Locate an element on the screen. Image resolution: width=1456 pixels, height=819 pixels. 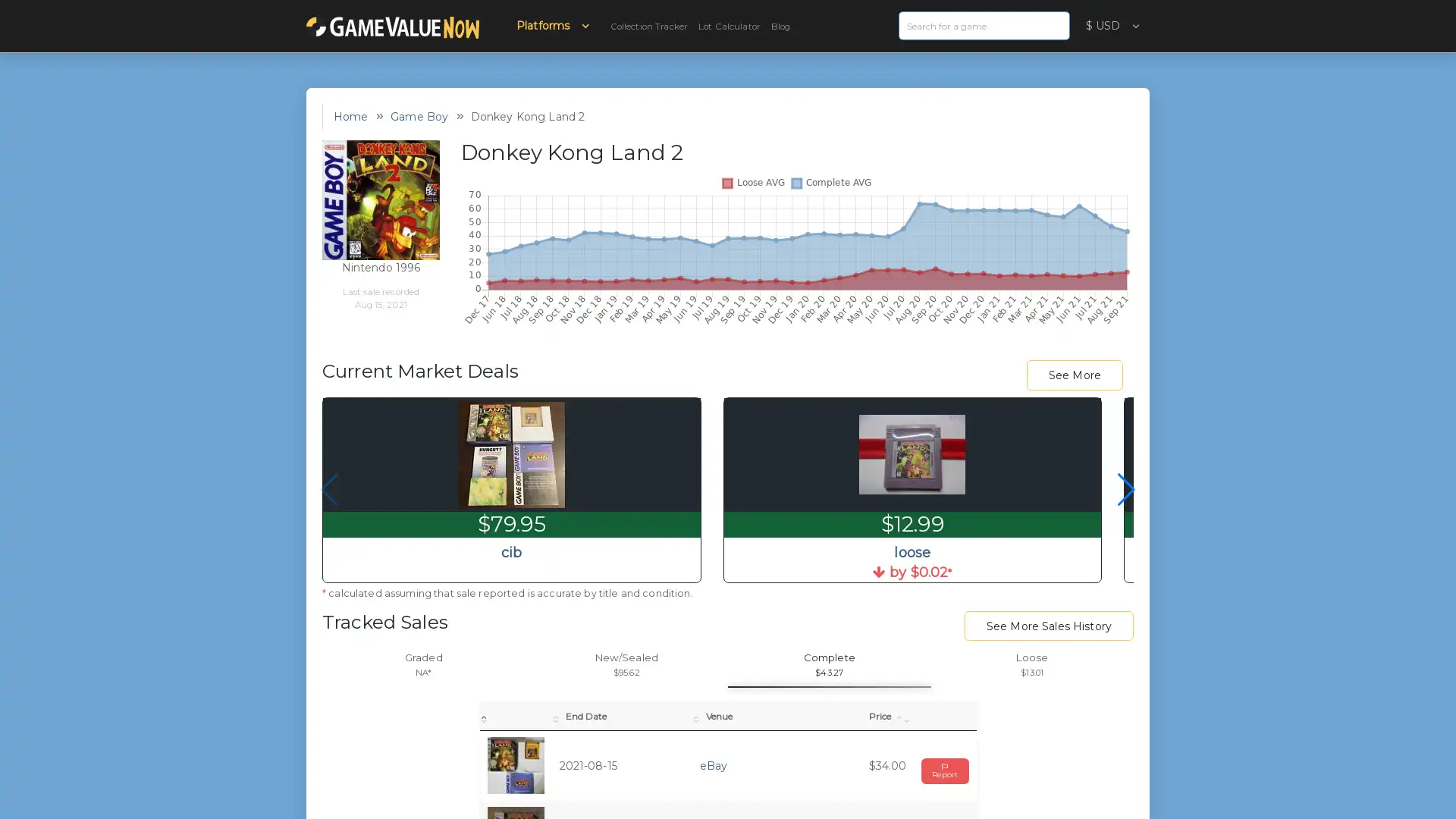
Report is located at coordinates (944, 770).